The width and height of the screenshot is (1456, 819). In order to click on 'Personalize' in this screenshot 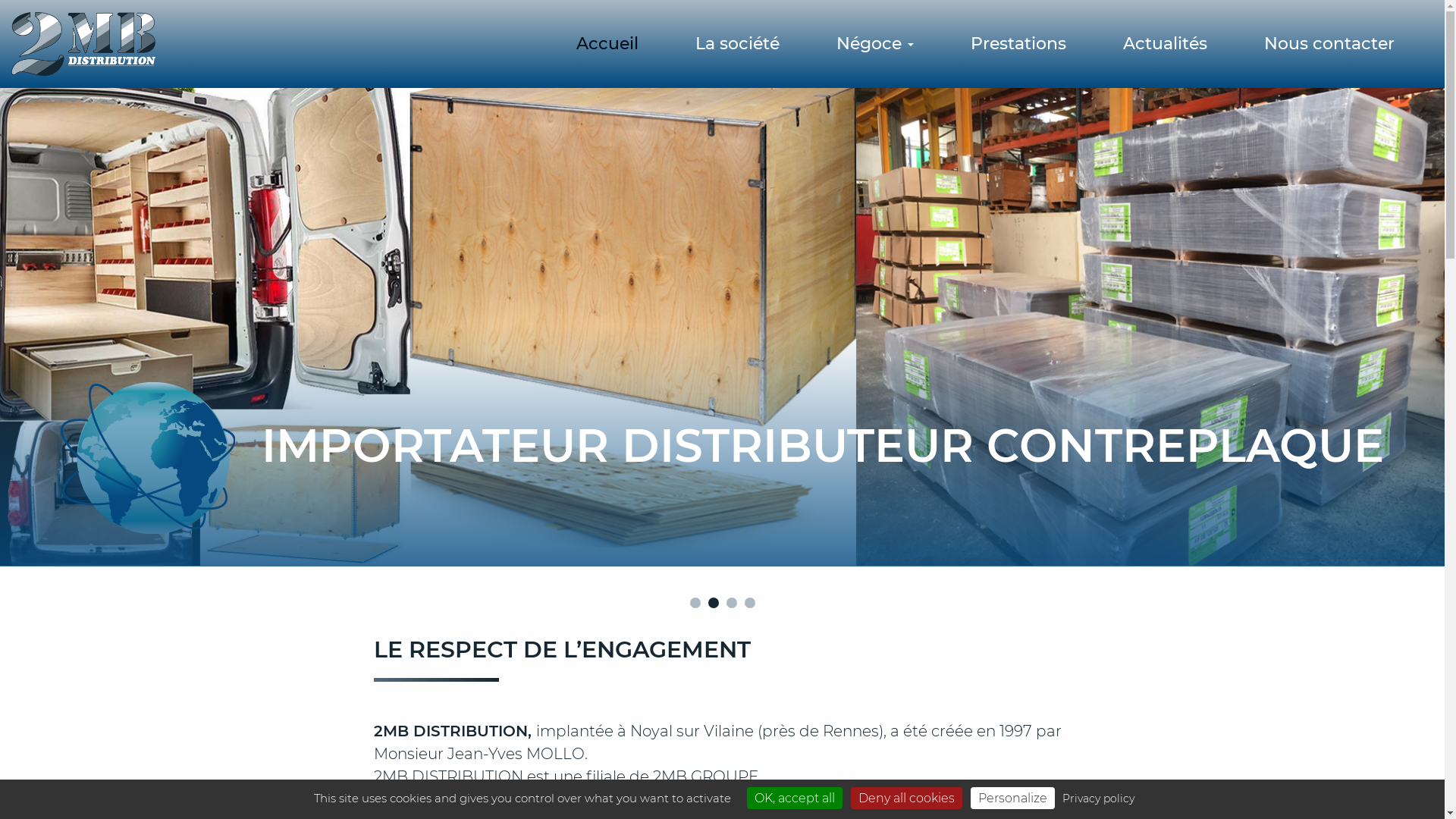, I will do `click(1012, 797)`.